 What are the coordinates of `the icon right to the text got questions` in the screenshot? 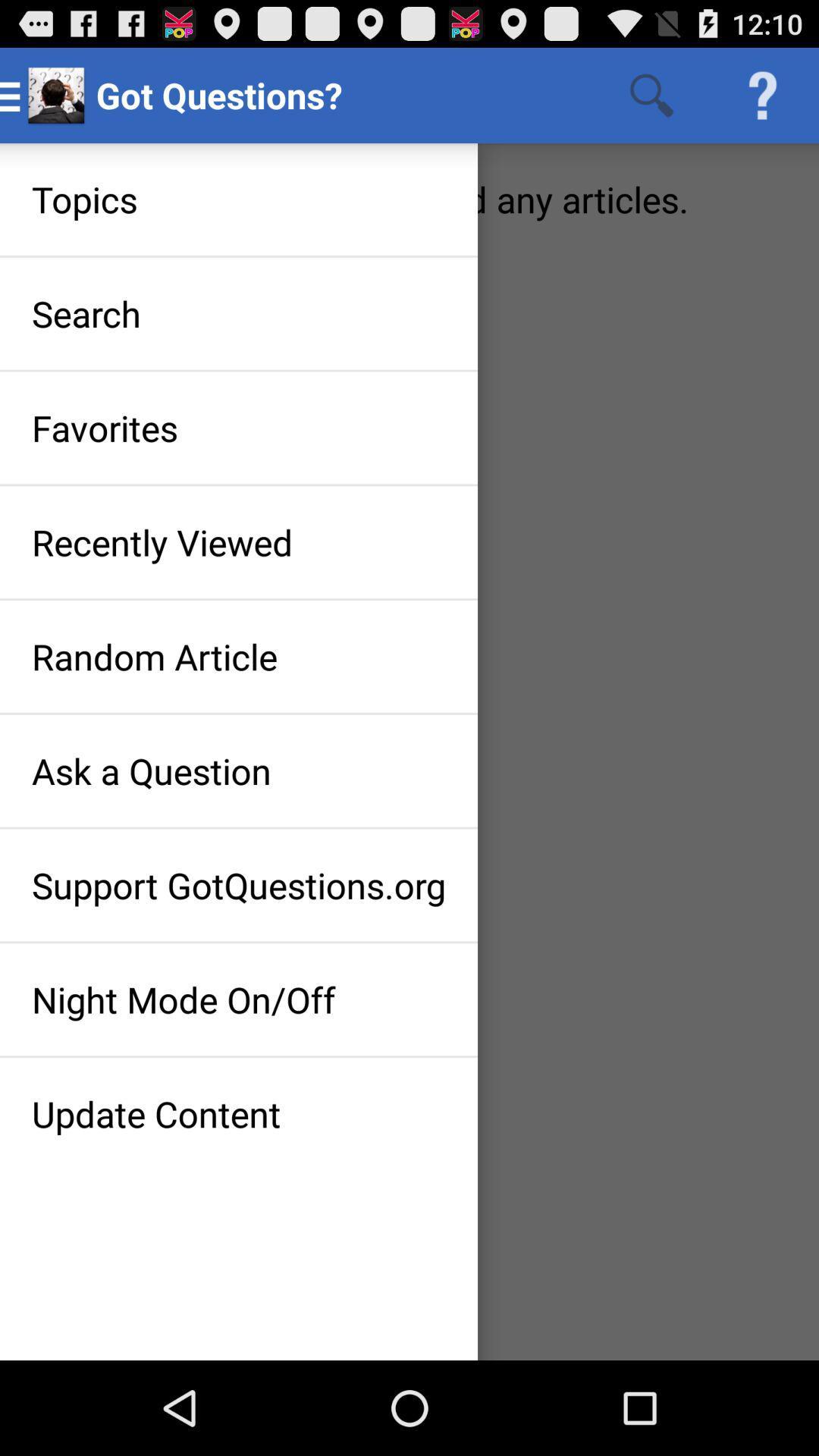 It's located at (651, 94).